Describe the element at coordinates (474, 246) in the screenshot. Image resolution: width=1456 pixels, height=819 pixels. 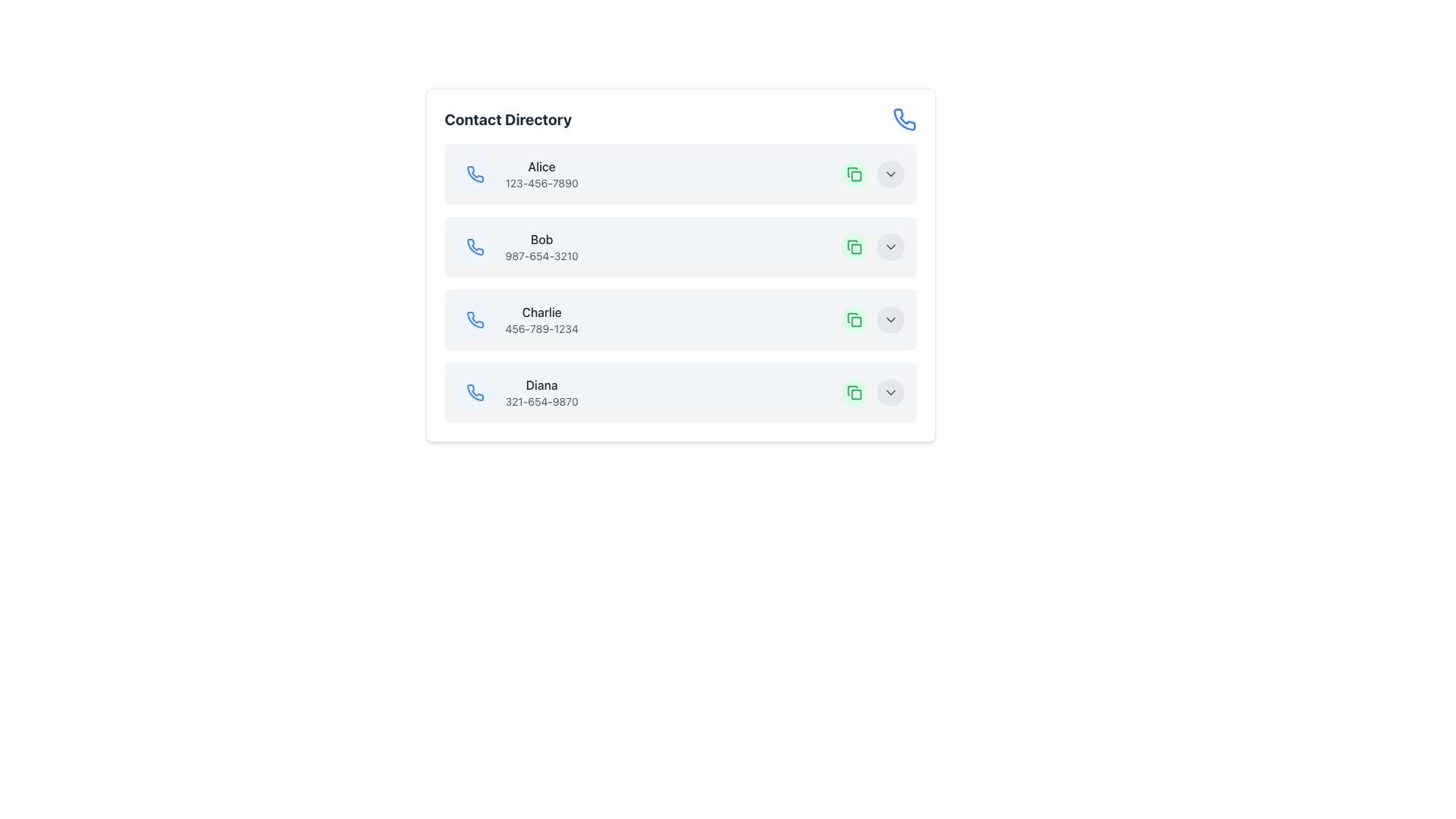
I see `the blue phone icon located in the second row of the contact directory, positioned to the left of the text 'Bob' with the phone number '987-654-3210'` at that location.